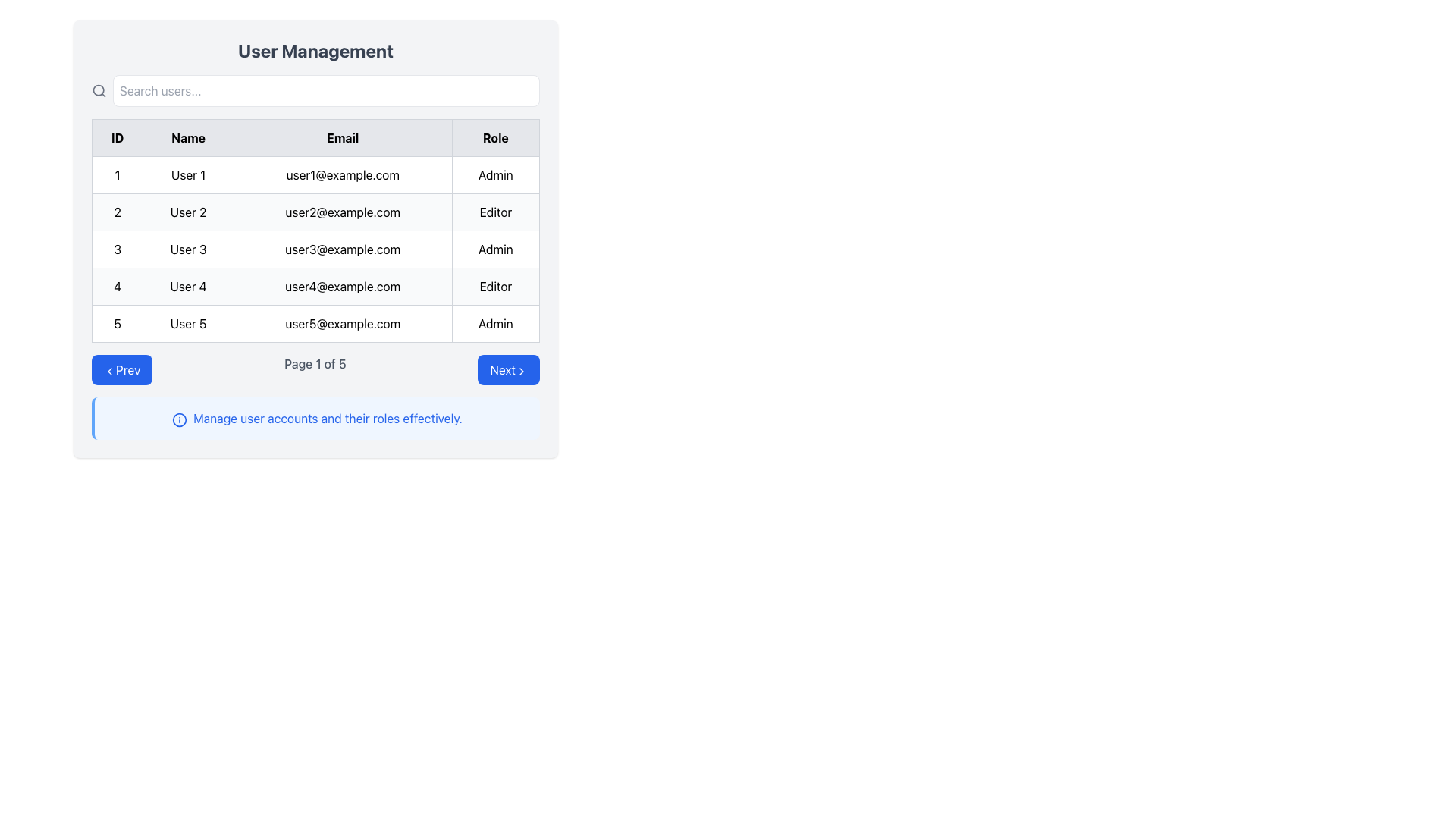  What do you see at coordinates (98, 90) in the screenshot?
I see `the search icon located at the leftmost position of the search input bar in the 'User Management' section, which serves as a visual indicator for search functionality` at bounding box center [98, 90].